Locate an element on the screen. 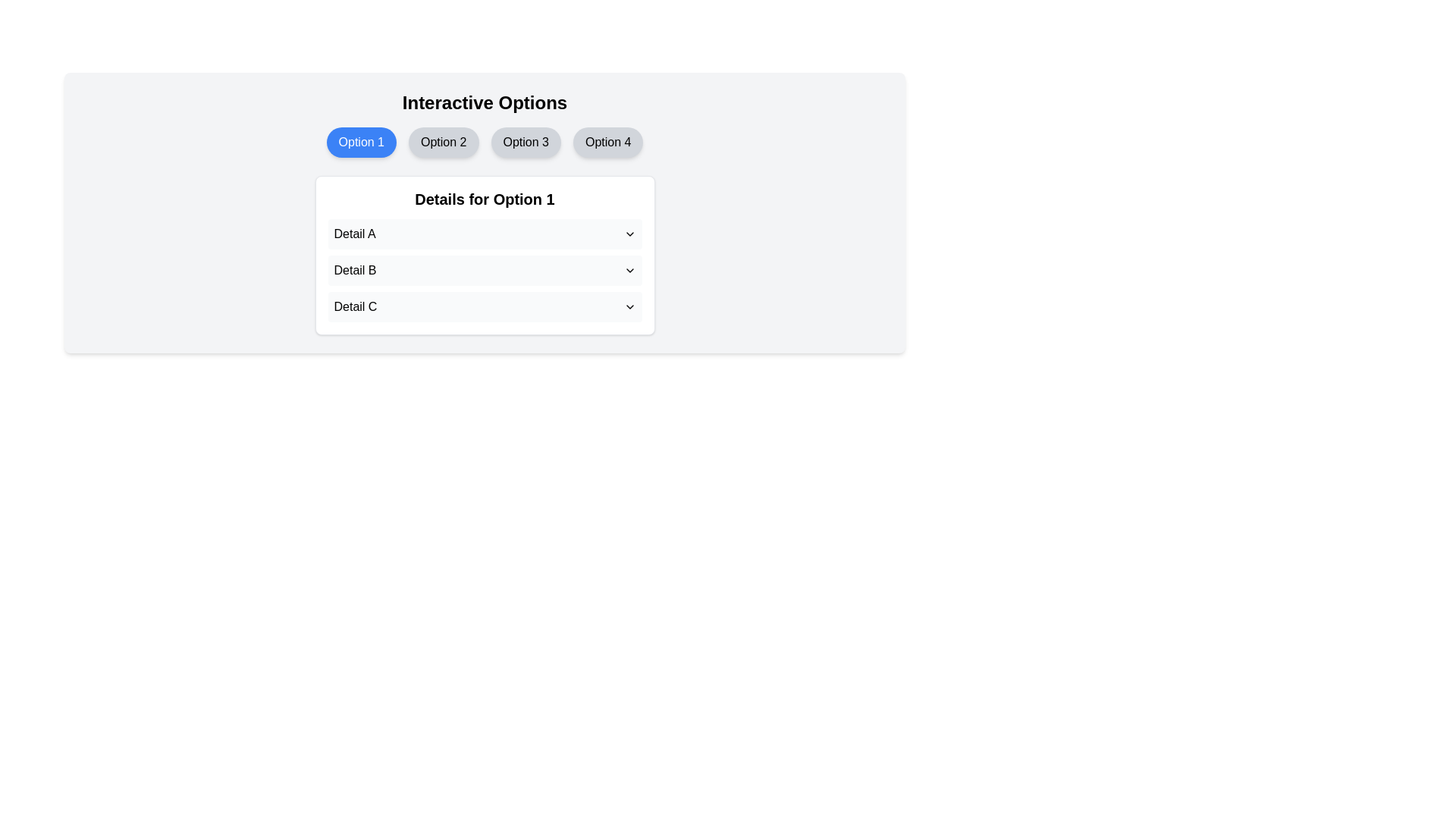 Image resolution: width=1456 pixels, height=819 pixels. the text label that reads 'Details for Option 1', which is prominently styled in bold and large fonts at the top of a white rounded card is located at coordinates (484, 198).